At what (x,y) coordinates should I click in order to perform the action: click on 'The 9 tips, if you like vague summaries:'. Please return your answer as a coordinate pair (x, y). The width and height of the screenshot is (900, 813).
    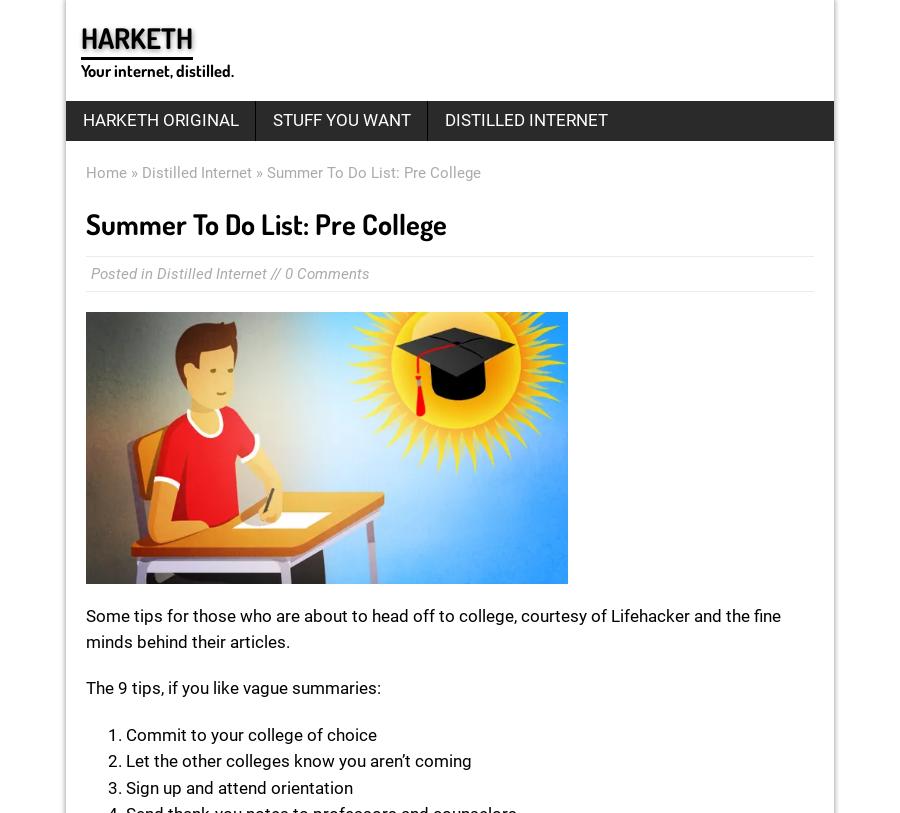
    Looking at the image, I should click on (232, 688).